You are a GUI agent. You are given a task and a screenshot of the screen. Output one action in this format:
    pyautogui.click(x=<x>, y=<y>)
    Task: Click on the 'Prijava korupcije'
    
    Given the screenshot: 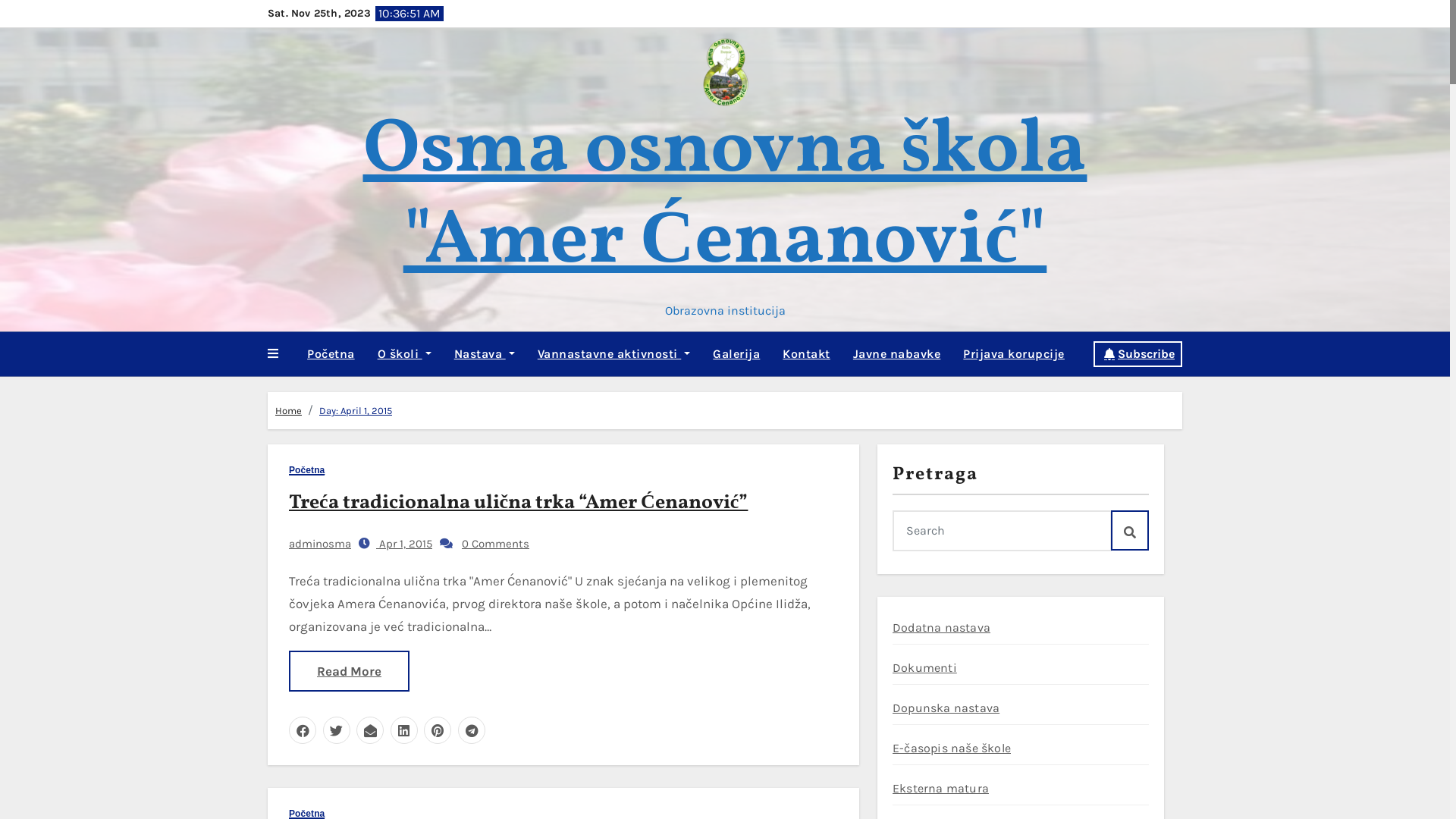 What is the action you would take?
    pyautogui.click(x=1014, y=353)
    